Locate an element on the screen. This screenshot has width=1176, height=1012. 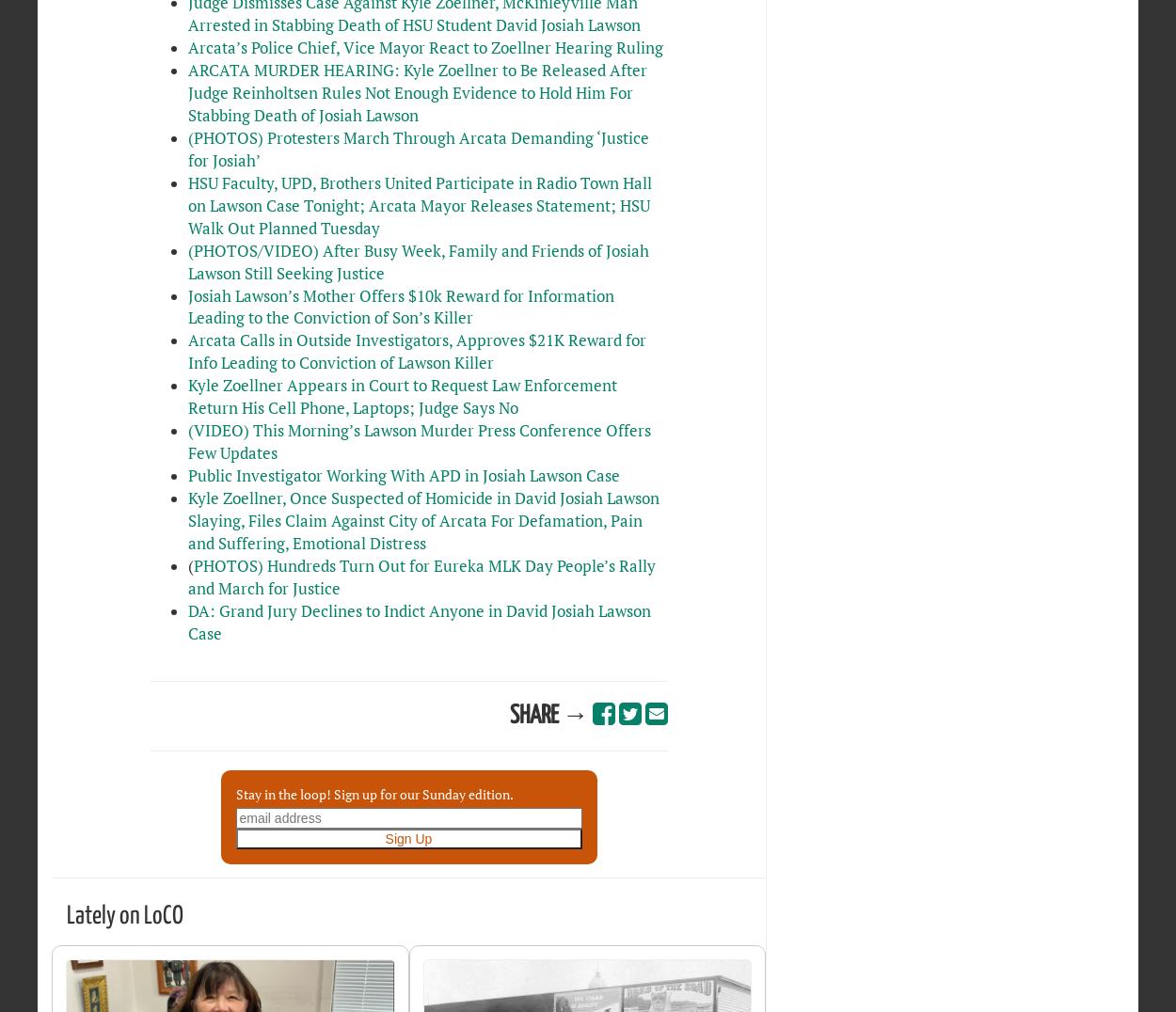
'Stay in the loop! Sign up for our Sunday edition.' is located at coordinates (373, 792).